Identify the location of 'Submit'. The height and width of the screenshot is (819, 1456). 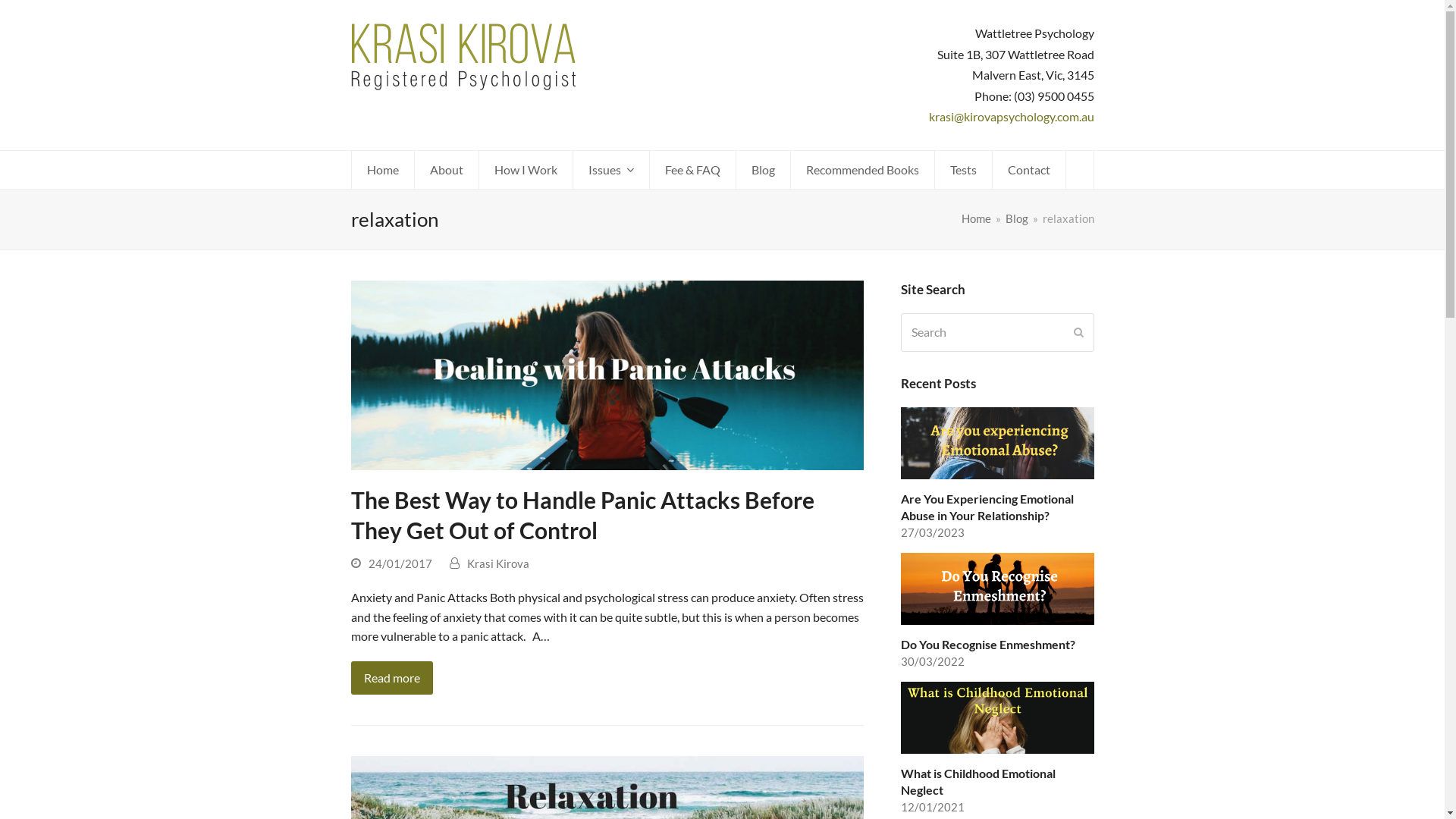
(1073, 331).